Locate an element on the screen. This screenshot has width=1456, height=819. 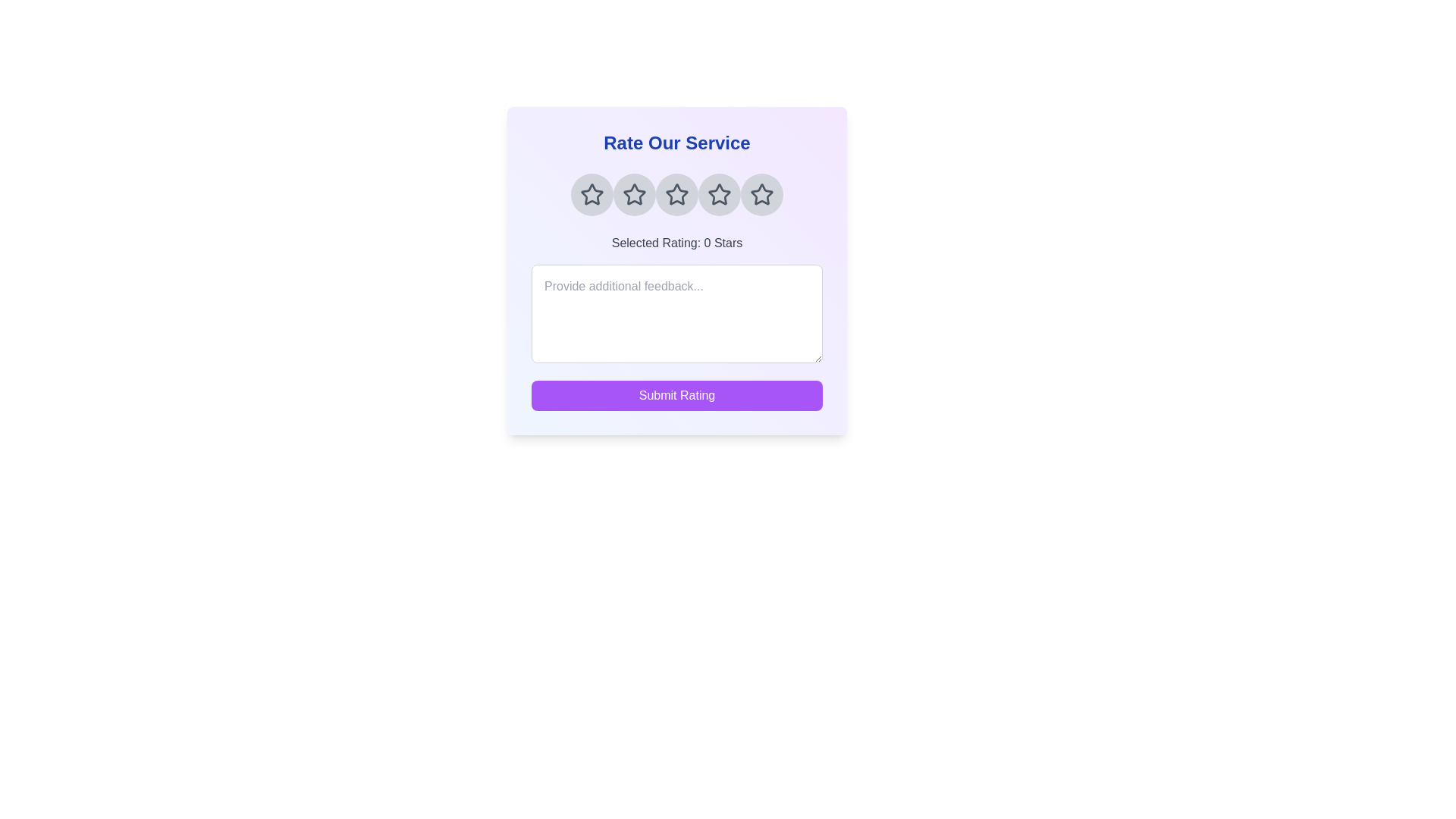
the feedback text area and type the desired feedback text is located at coordinates (676, 312).